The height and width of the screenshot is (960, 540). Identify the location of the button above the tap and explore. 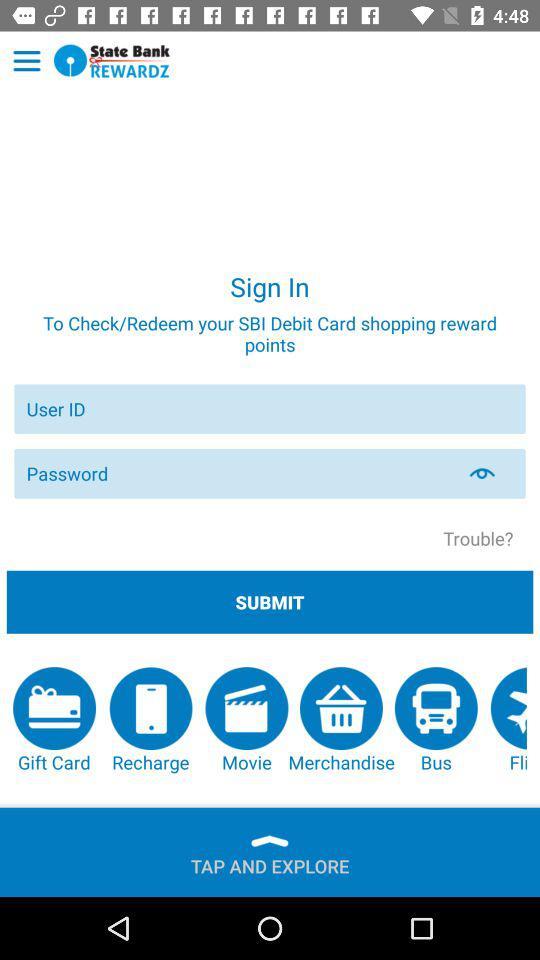
(340, 720).